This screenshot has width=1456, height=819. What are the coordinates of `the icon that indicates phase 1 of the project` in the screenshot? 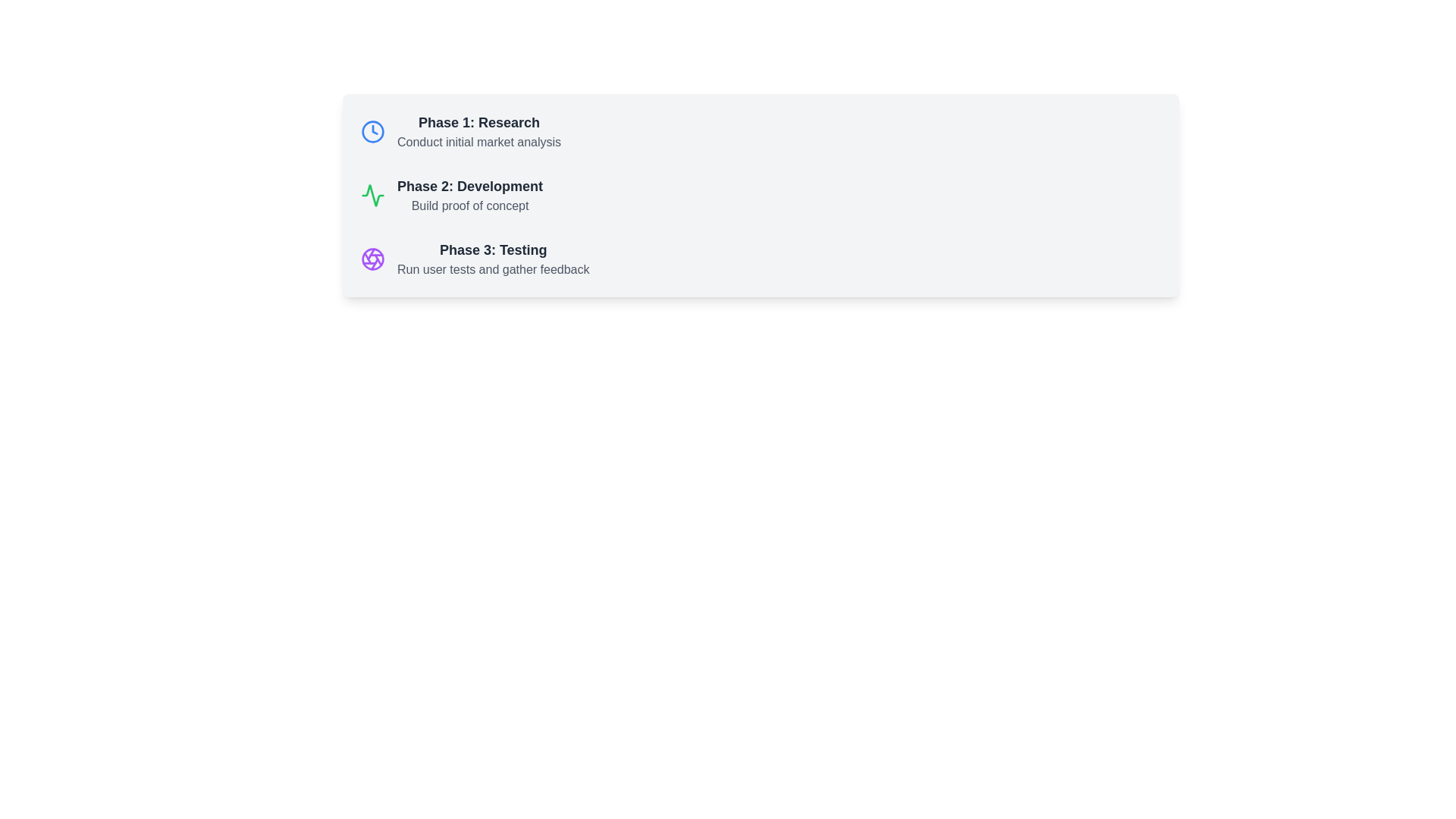 It's located at (372, 130).